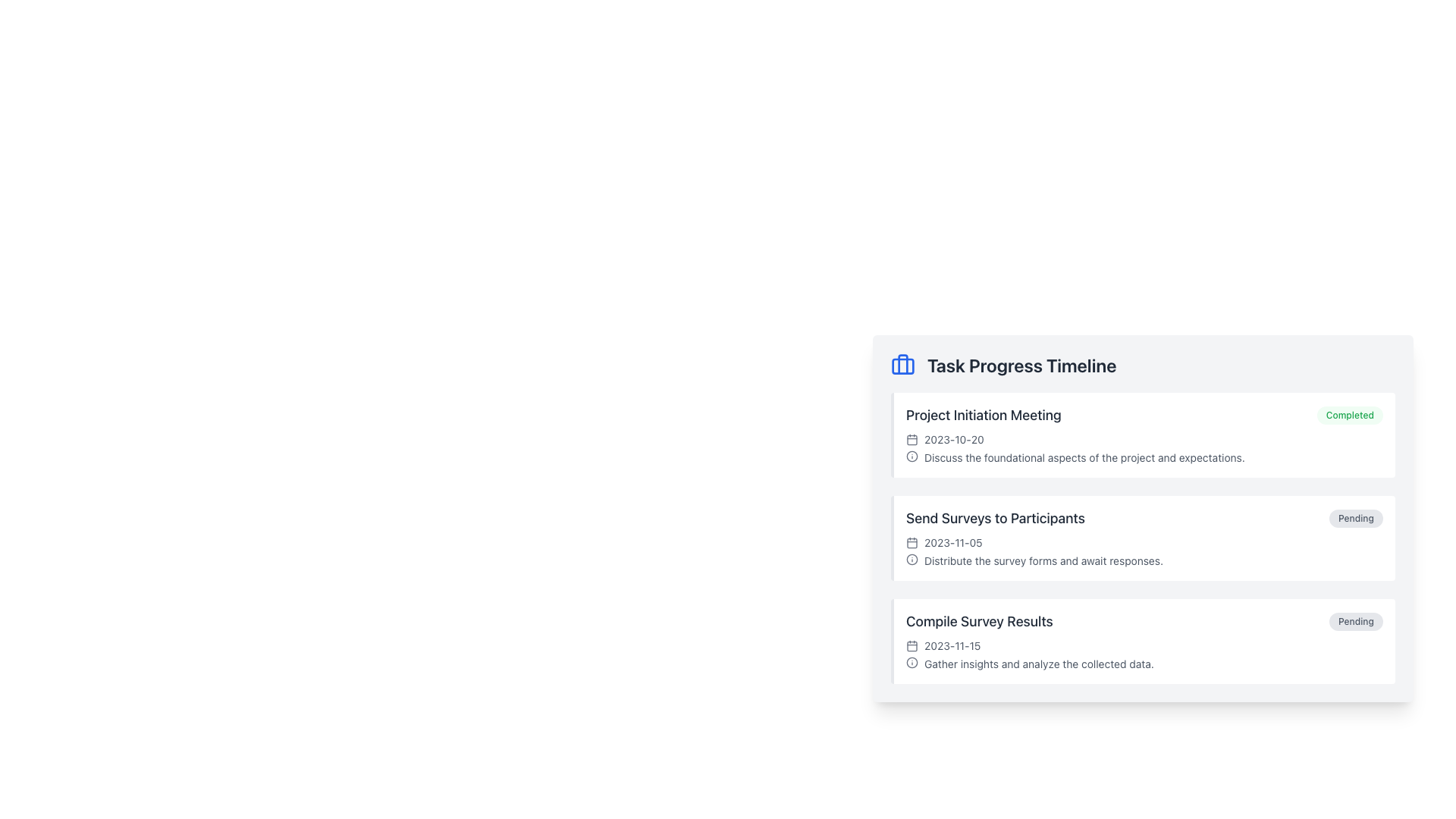 The height and width of the screenshot is (819, 1456). I want to click on the SVG Icon that represents the date related to the task, located in the first item of the task list under 'Task Progress Timeline', preceding the date '2023-10-20', so click(912, 439).